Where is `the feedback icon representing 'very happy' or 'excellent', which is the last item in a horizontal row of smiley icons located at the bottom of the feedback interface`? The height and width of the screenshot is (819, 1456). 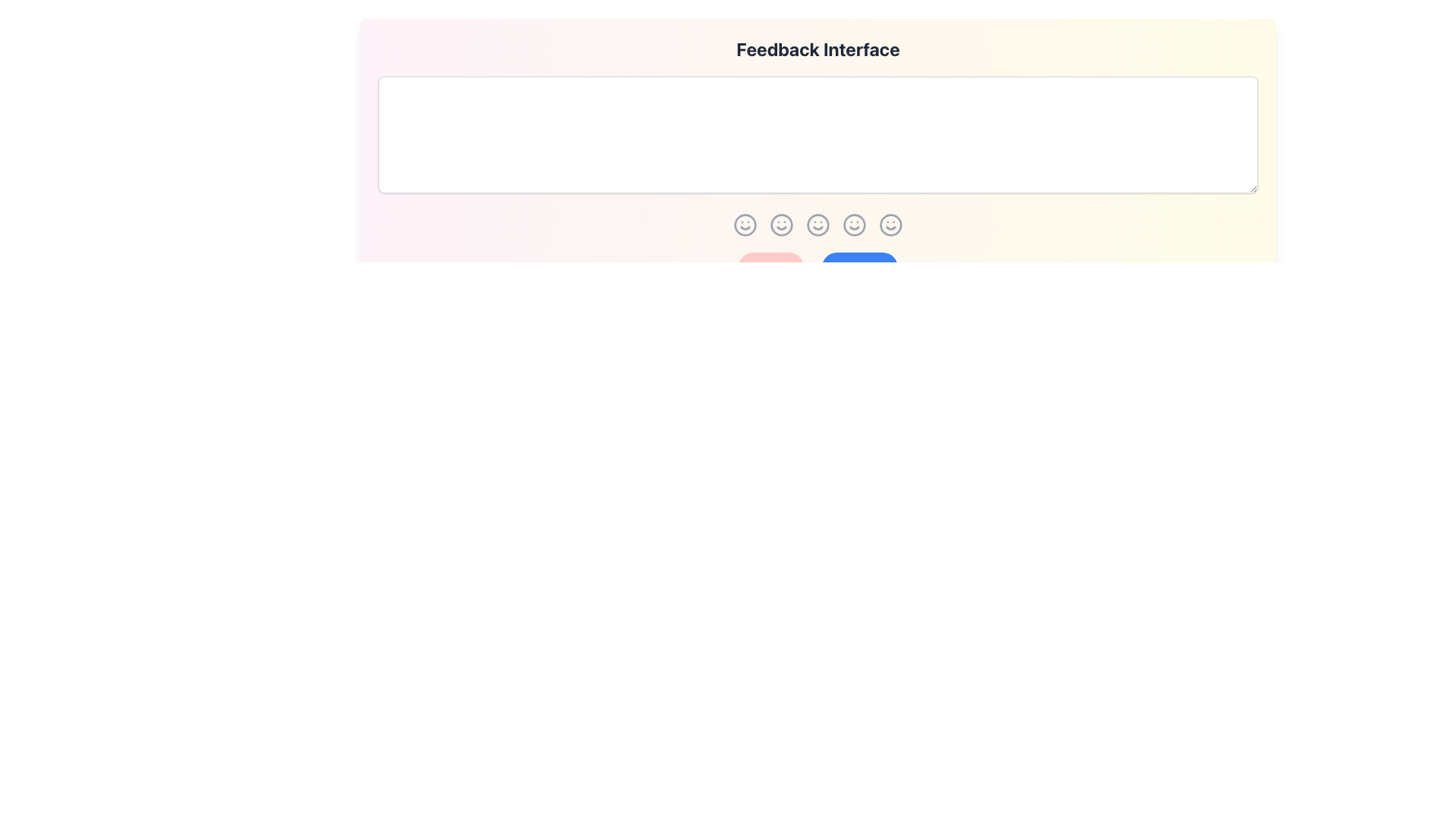
the feedback icon representing 'very happy' or 'excellent', which is the last item in a horizontal row of smiley icons located at the bottom of the feedback interface is located at coordinates (891, 225).